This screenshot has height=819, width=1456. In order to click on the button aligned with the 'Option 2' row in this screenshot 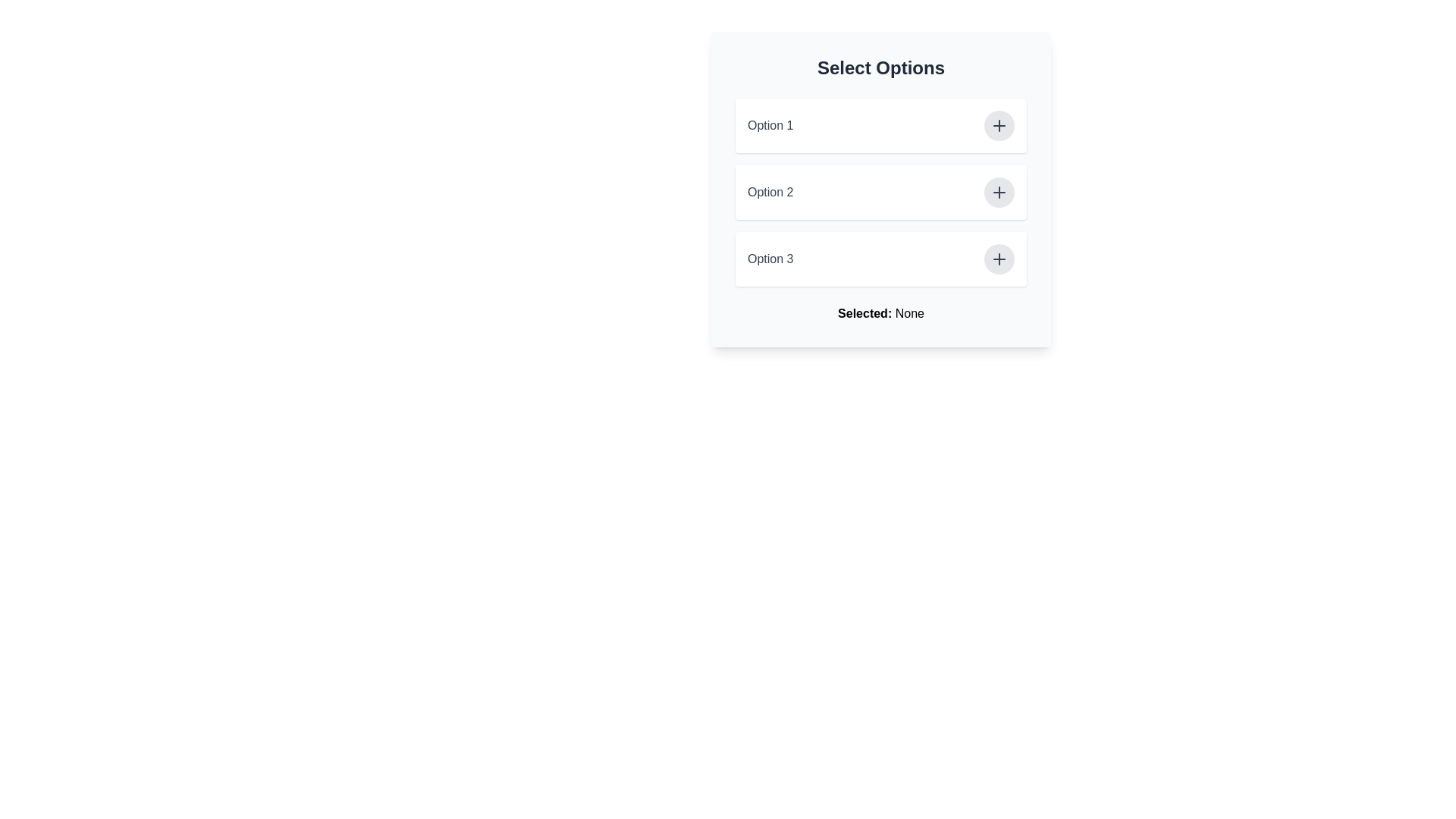, I will do `click(999, 192)`.